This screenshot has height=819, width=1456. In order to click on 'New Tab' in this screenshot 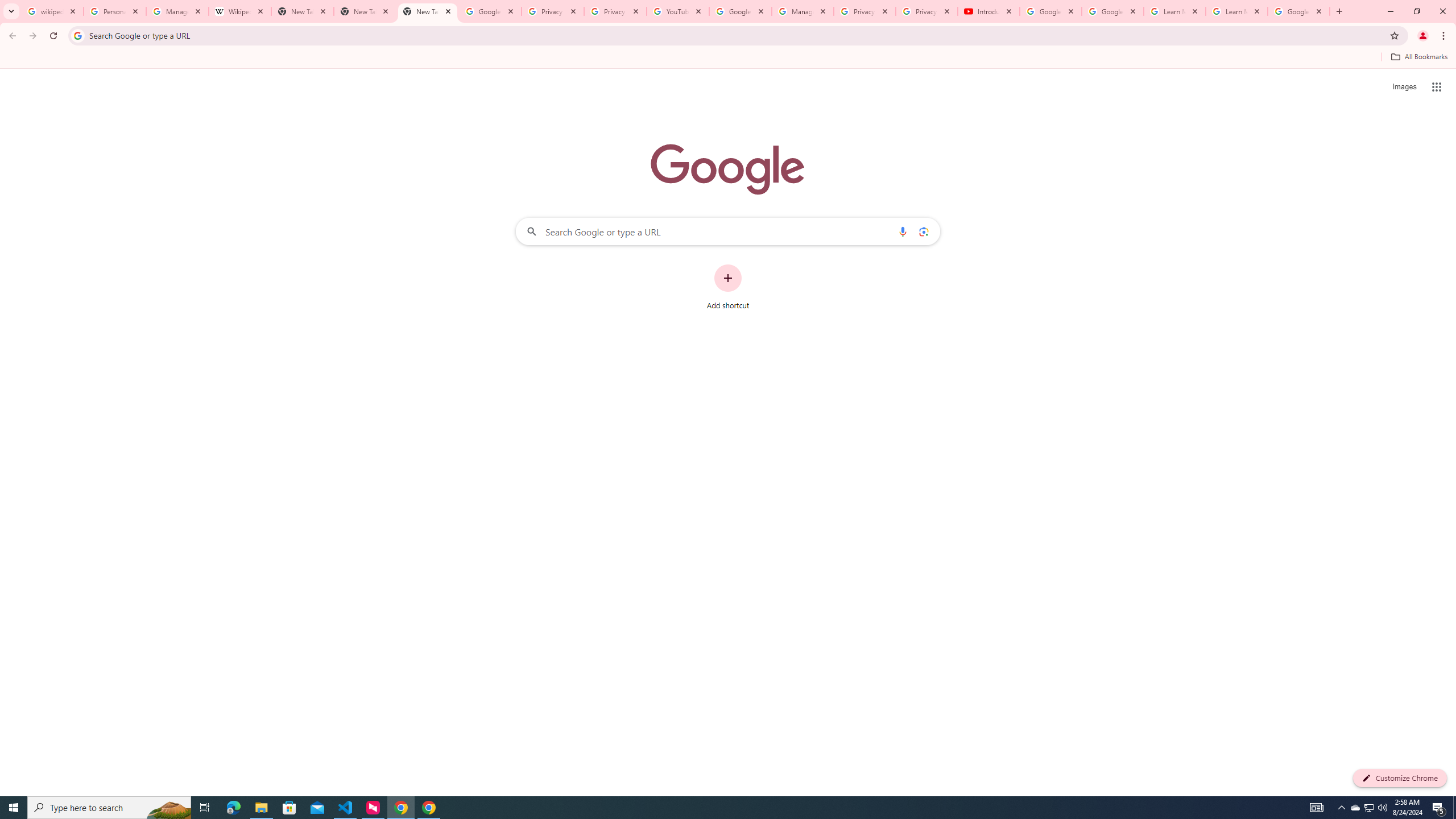, I will do `click(427, 11)`.